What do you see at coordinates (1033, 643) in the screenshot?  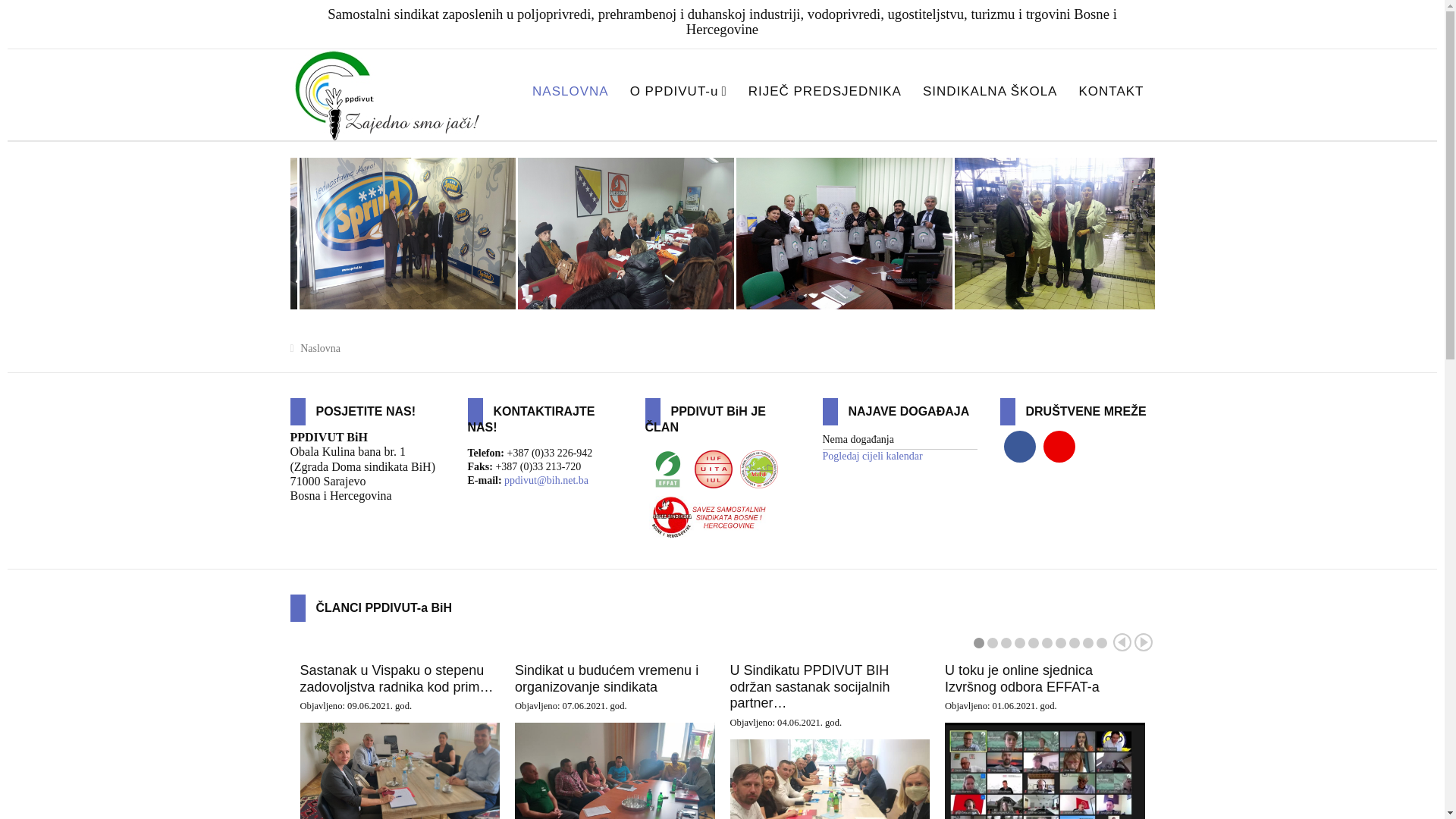 I see `'5'` at bounding box center [1033, 643].